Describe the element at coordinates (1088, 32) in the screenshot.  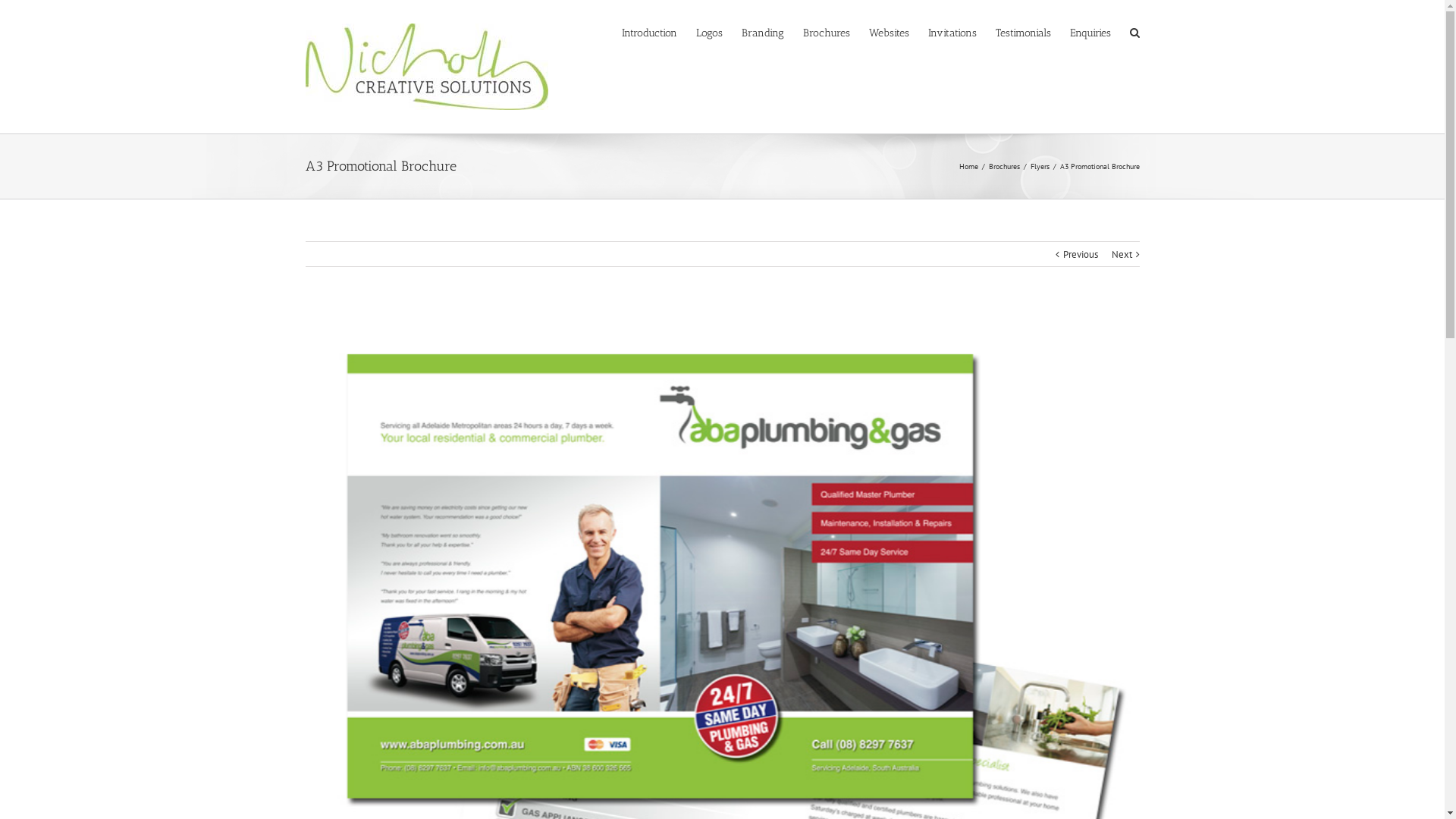
I see `'Enquiries'` at that location.